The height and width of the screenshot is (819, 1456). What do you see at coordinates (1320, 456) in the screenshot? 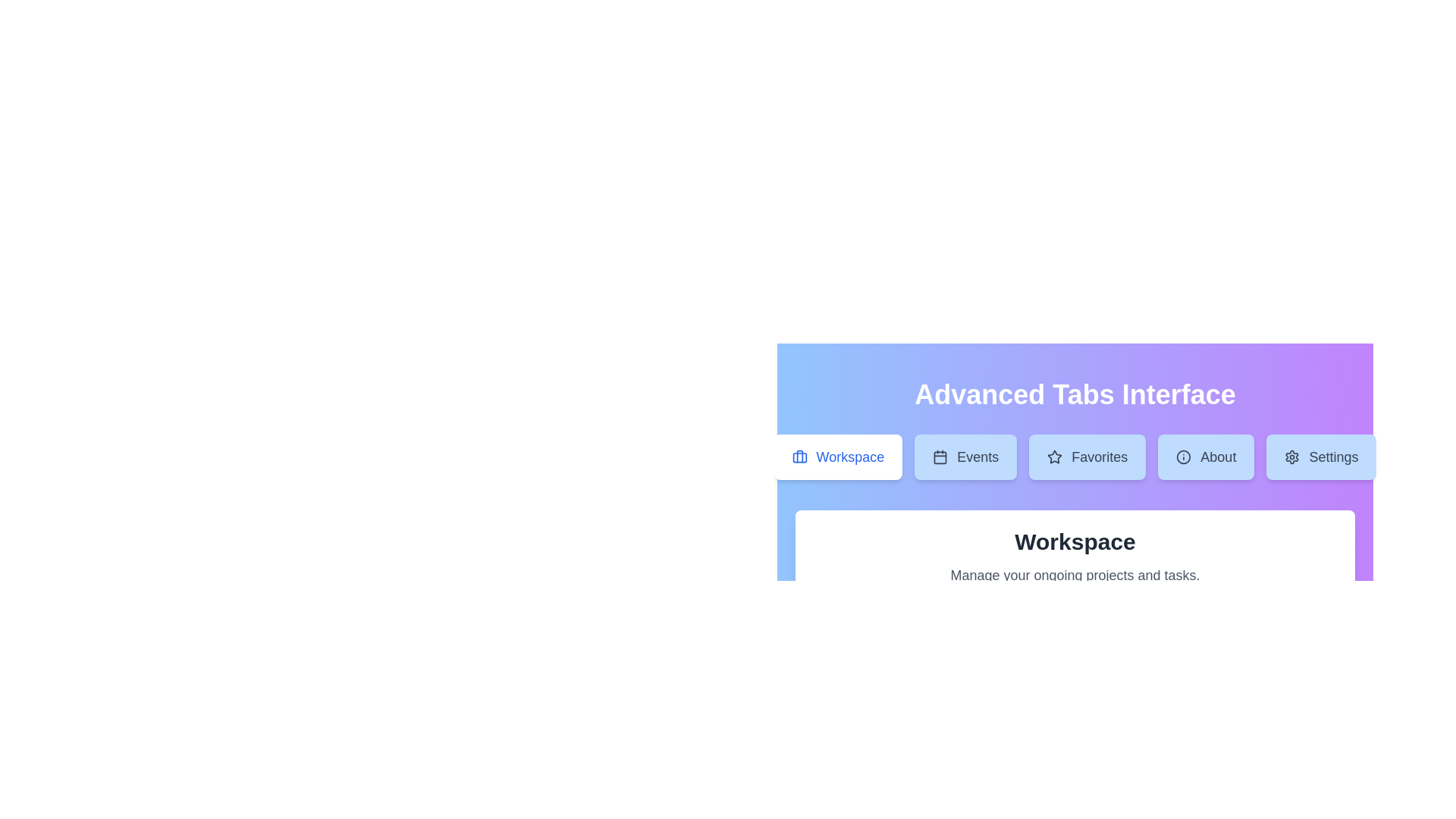
I see `the 'Settings' button with a light blue background and rounded corners` at bounding box center [1320, 456].